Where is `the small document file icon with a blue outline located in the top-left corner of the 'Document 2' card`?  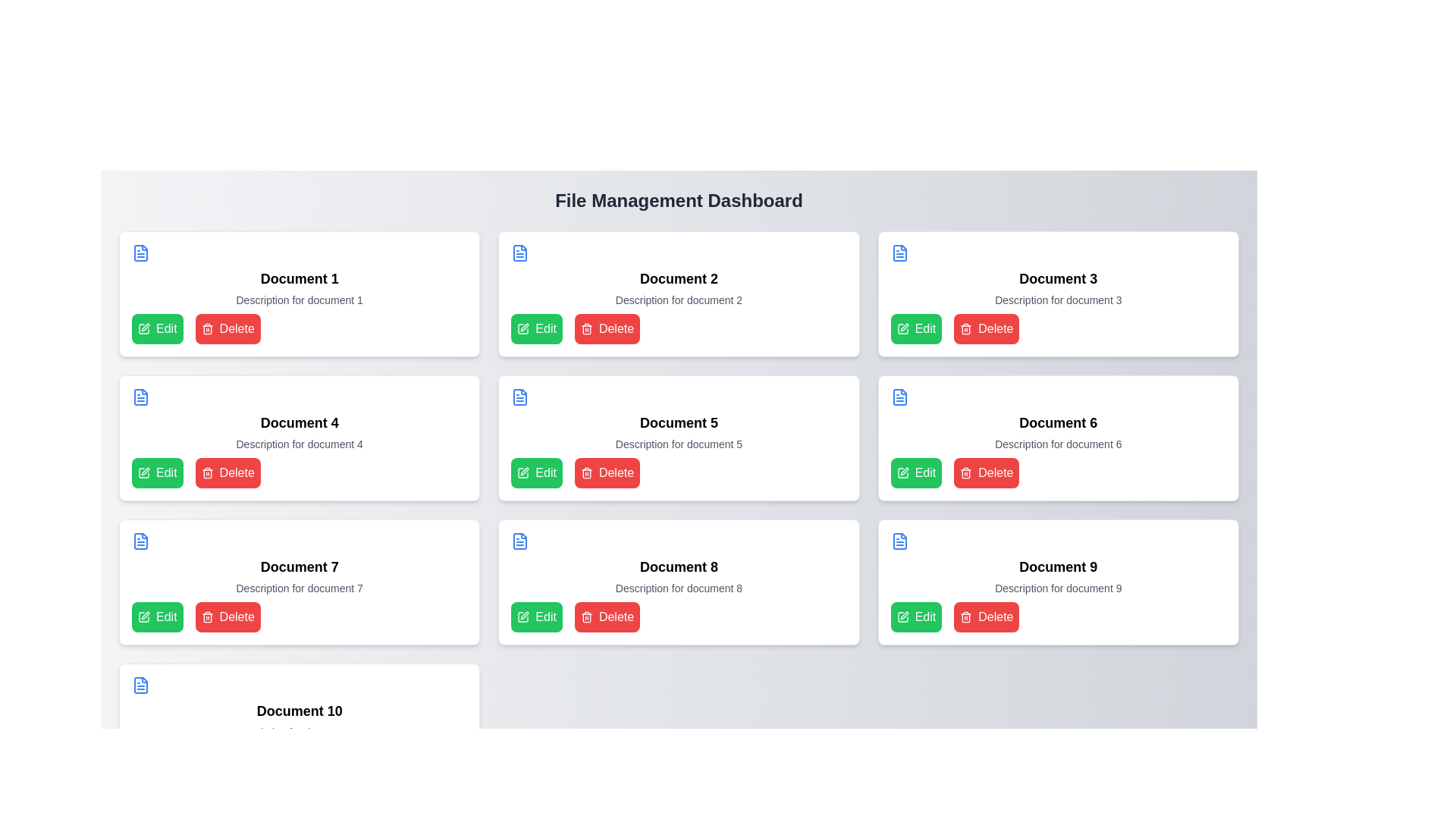
the small document file icon with a blue outline located in the top-left corner of the 'Document 2' card is located at coordinates (520, 253).